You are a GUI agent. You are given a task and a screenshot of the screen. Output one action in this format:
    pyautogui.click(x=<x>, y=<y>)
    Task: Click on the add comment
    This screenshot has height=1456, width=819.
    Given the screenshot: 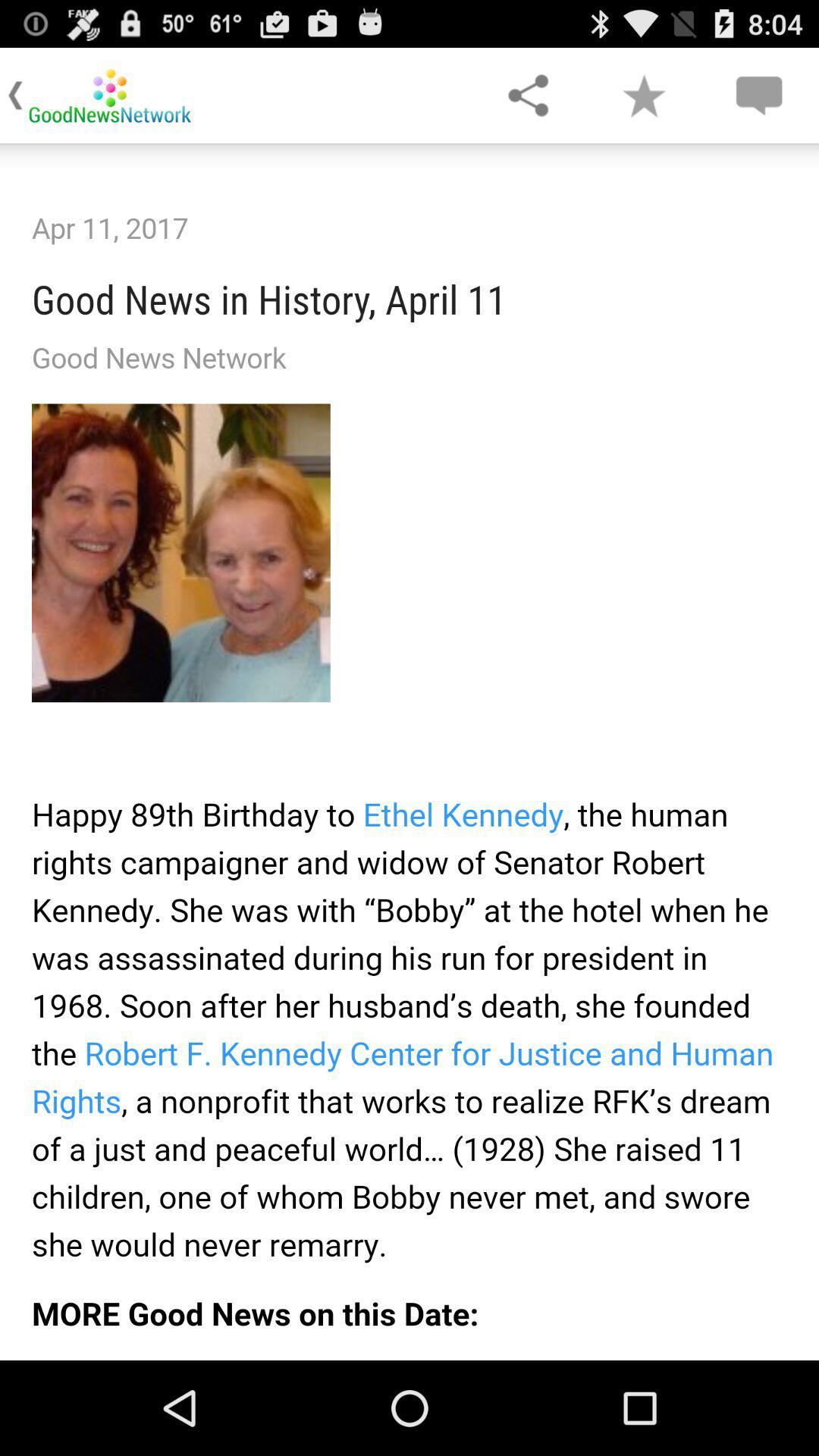 What is the action you would take?
    pyautogui.click(x=758, y=94)
    